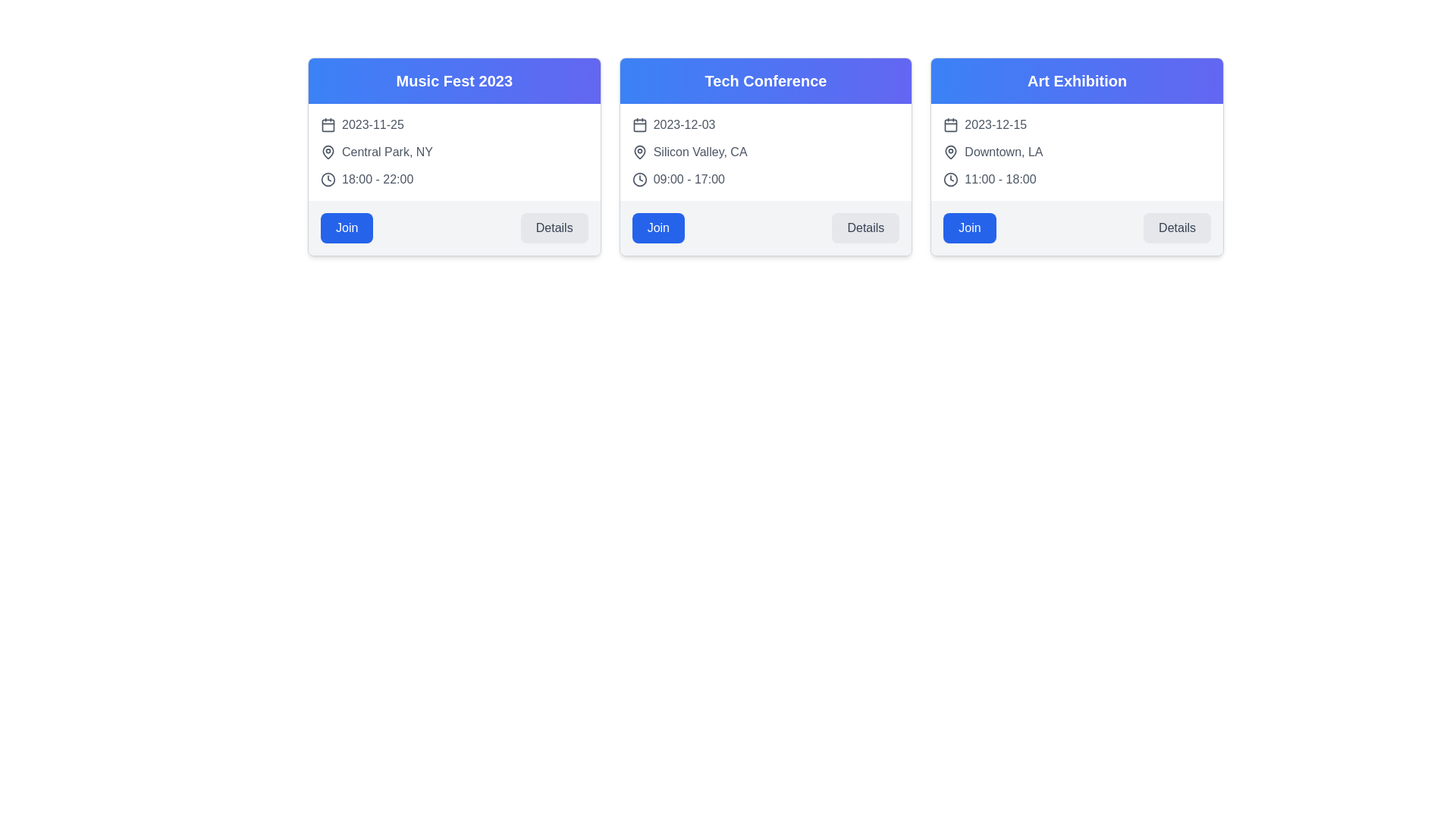  I want to click on text content of the title label located at the top section of the middle card in a three-card layout, which is positioned between 'Music Fest 2023' and 'Art Exhibition', so click(765, 81).